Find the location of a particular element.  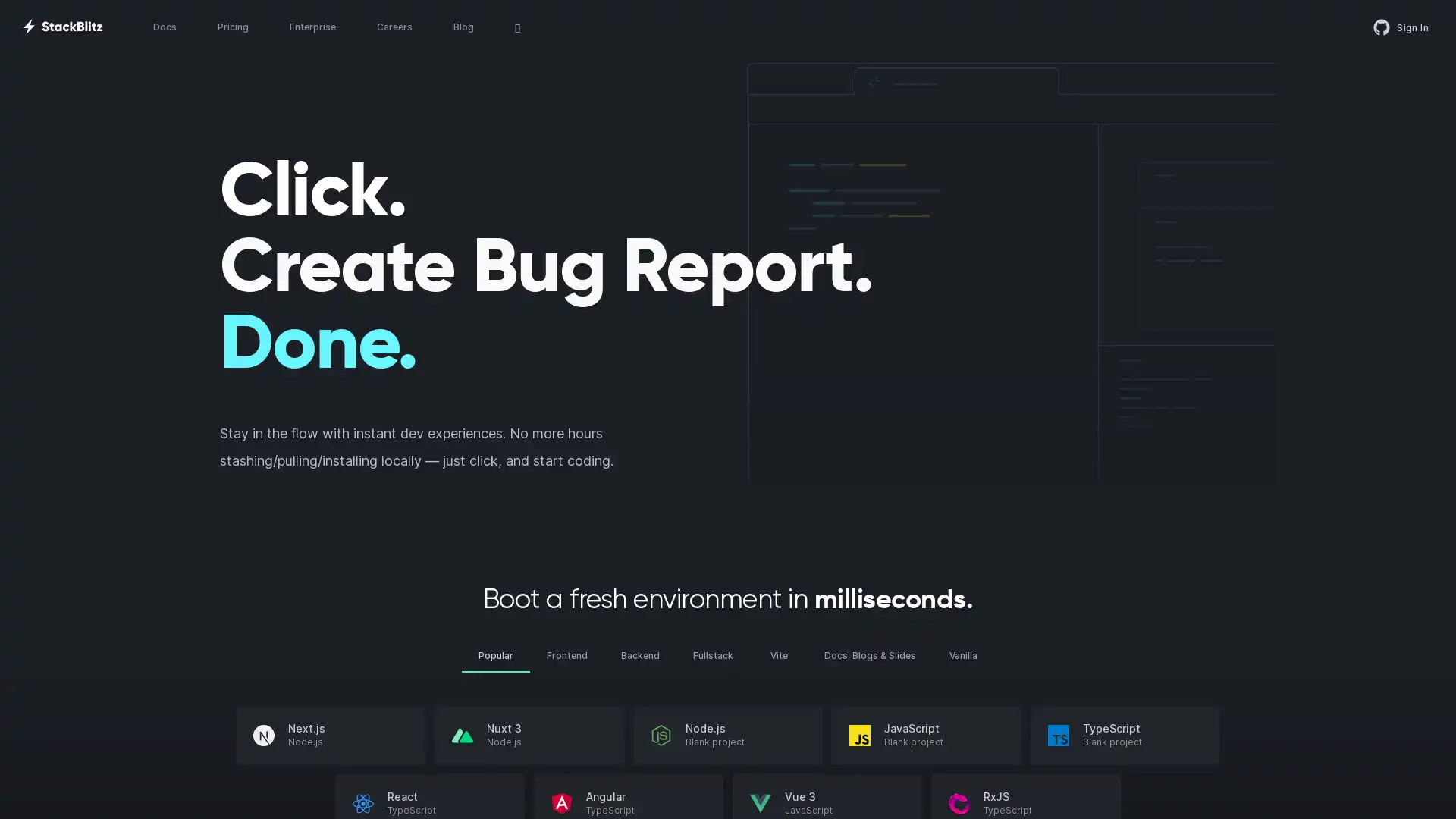

Fullstack is located at coordinates (712, 654).